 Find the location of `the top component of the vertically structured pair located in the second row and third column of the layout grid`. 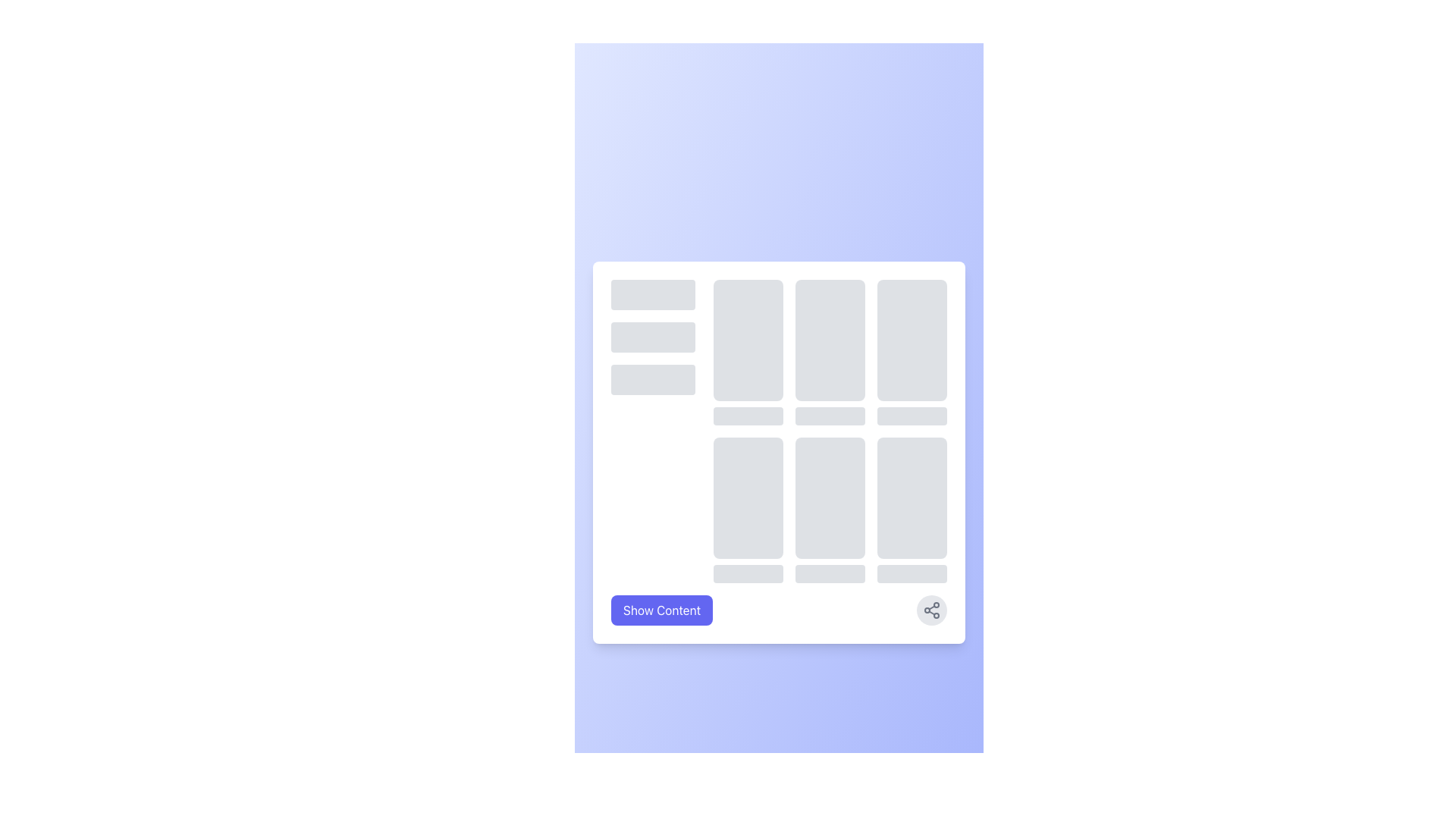

the top component of the vertically structured pair located in the second row and third column of the layout grid is located at coordinates (748, 497).